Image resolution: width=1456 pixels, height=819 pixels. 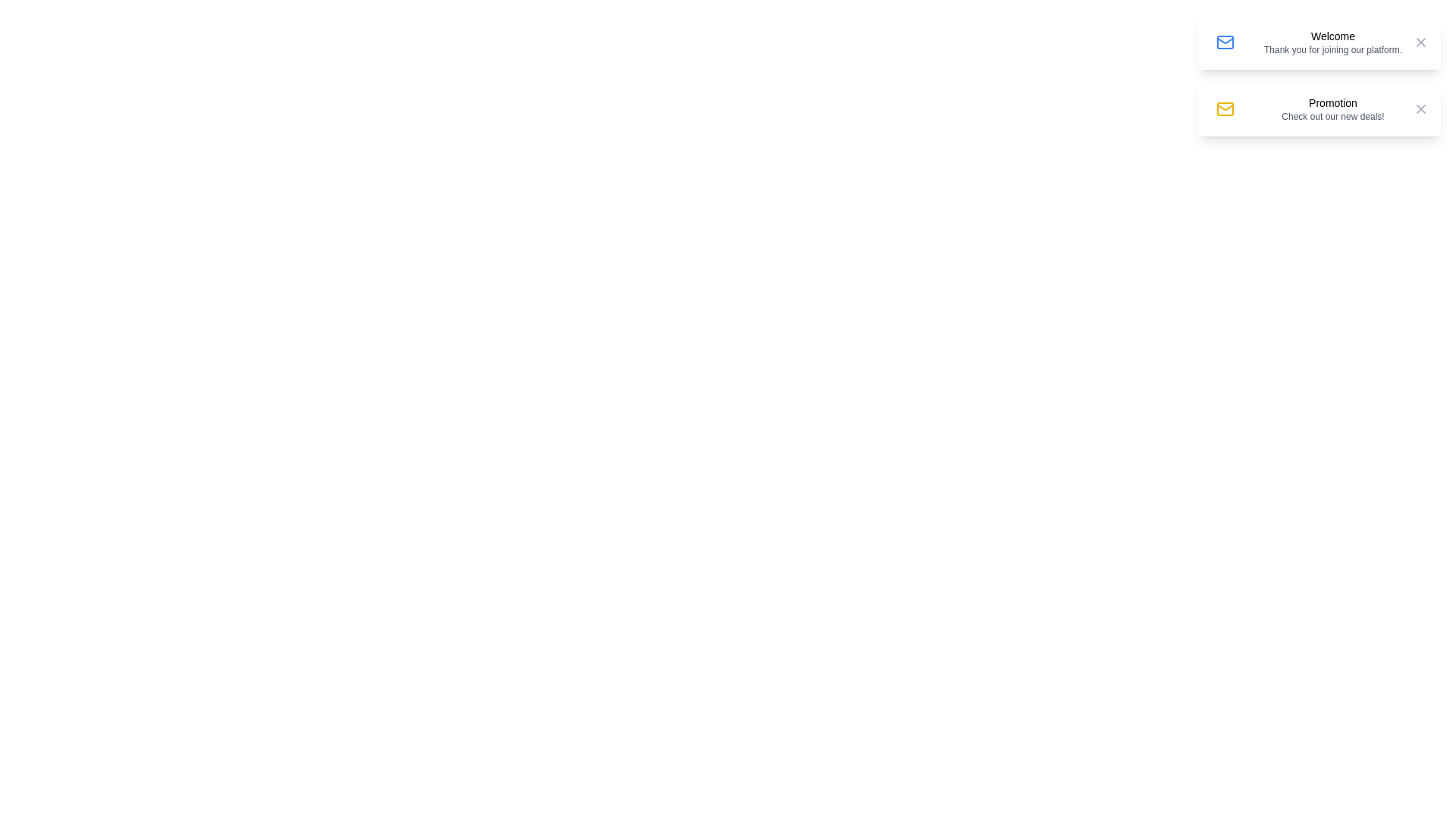 I want to click on the close button represented by an 'X' icon in the top-right corner of the second notification card labeled 'Promotion', so click(x=1420, y=108).